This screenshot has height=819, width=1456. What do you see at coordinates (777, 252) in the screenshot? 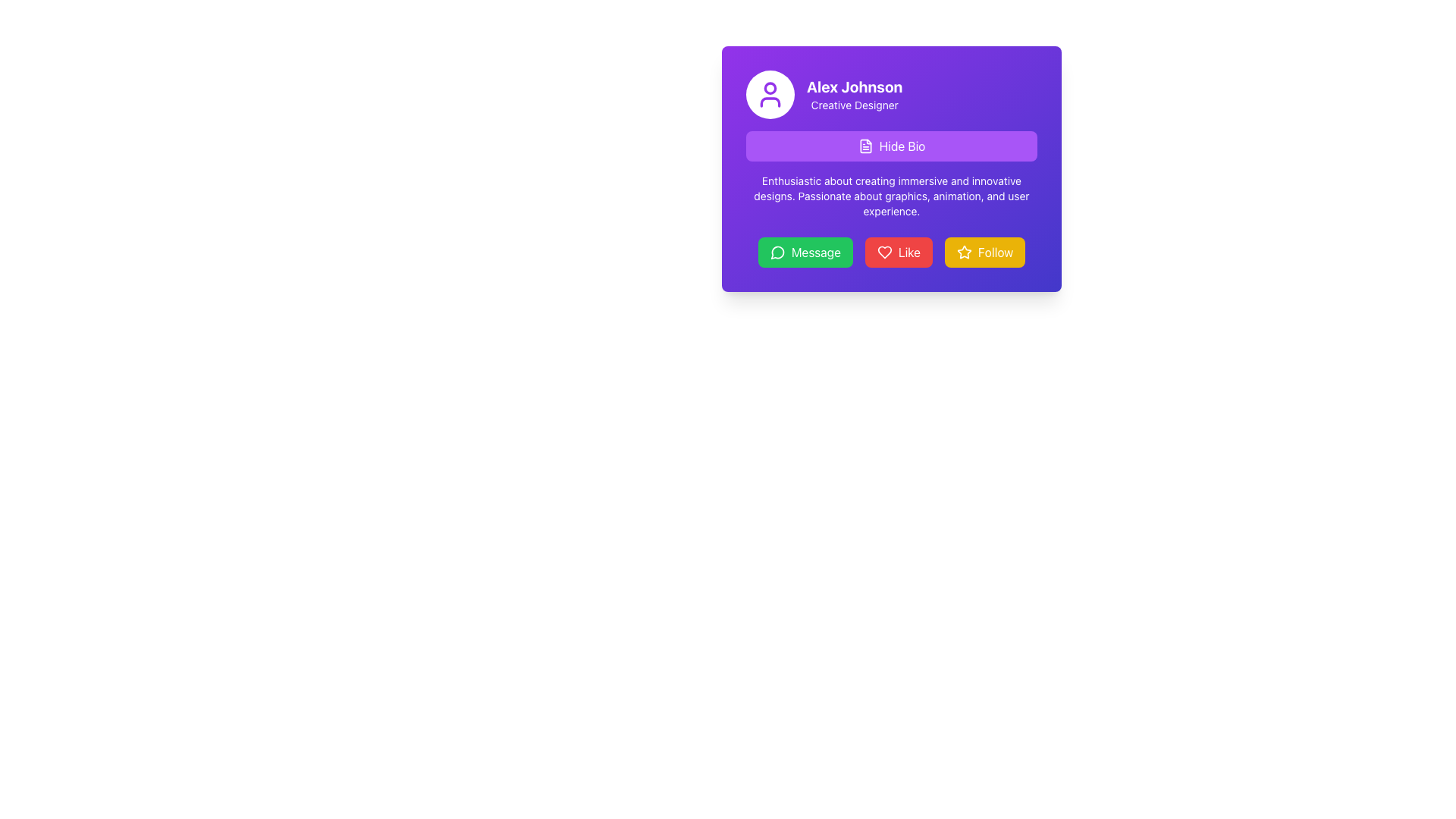
I see `the circular icon located within the green 'Message' button, which is the leftmost button in a horizontal row of buttons at the bottom of the purple card interface` at bounding box center [777, 252].